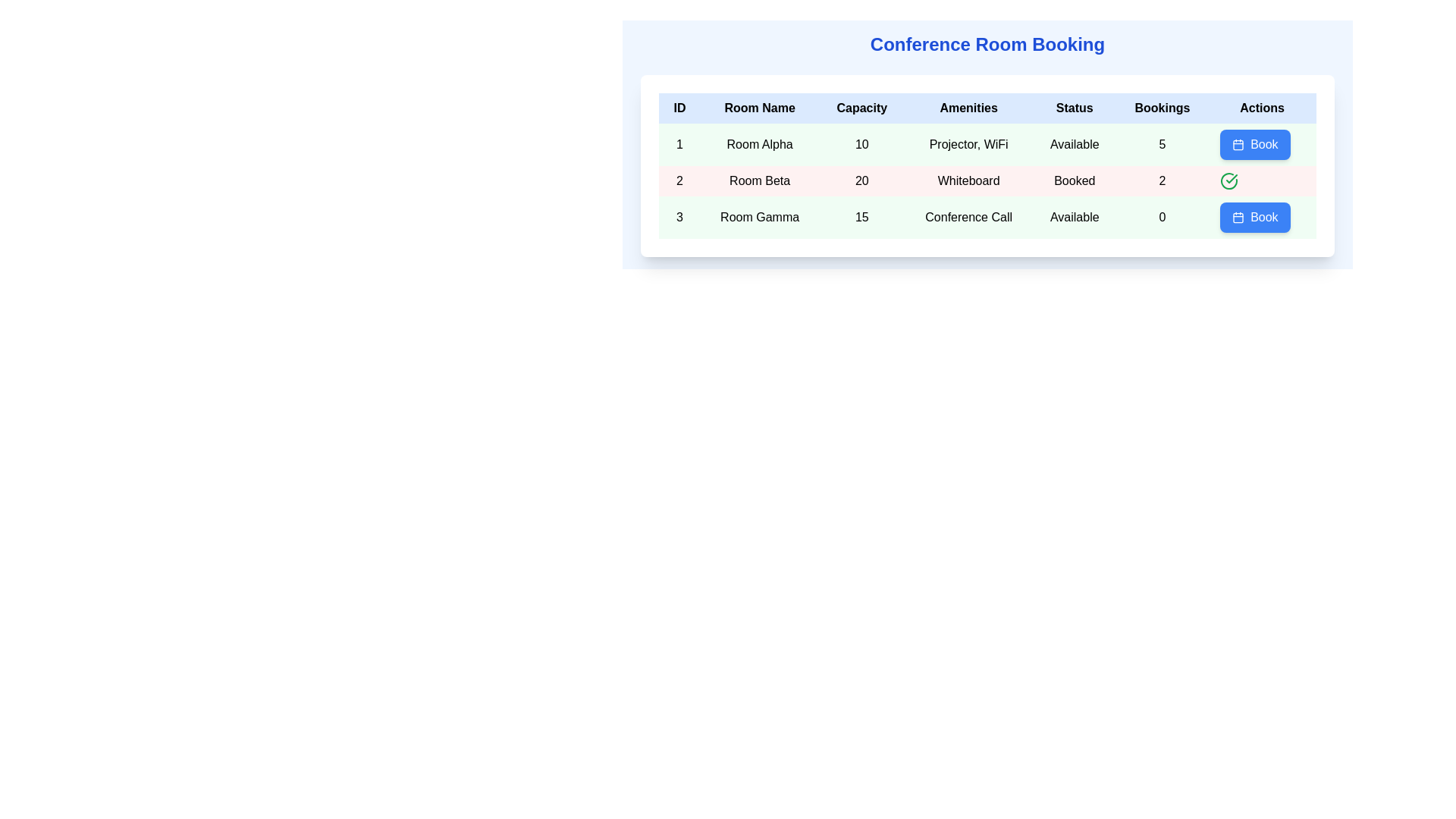 The width and height of the screenshot is (1456, 819). Describe the element at coordinates (1161, 107) in the screenshot. I see `text label serving as the column header for 'Bookings' in the table, located in the top-center region of the interface, specifically the sixth item from the left, between 'Status' and 'Actions'` at that location.